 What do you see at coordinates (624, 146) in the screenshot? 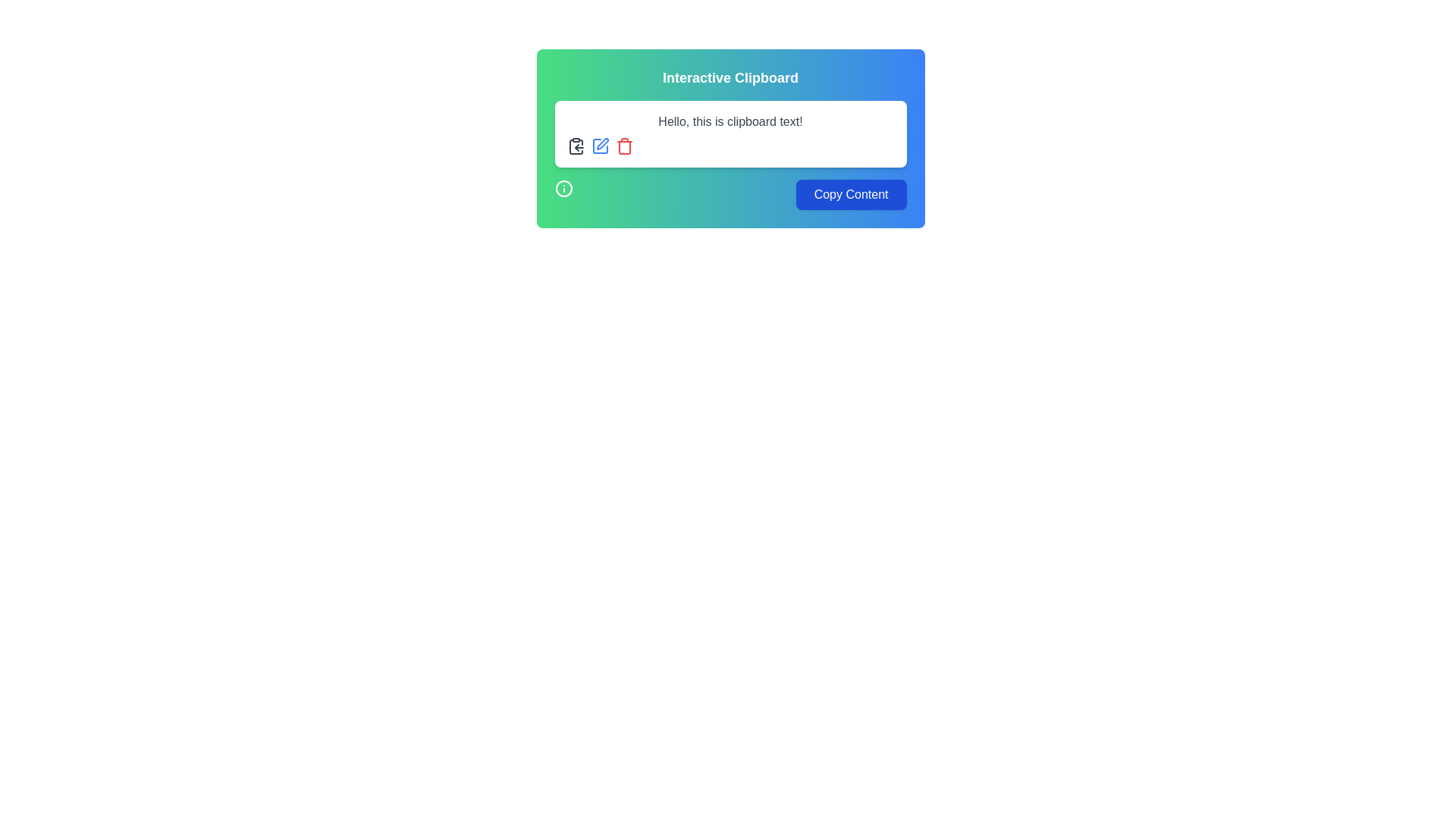
I see `the trash bin icon, which is the third icon in a row of interactive icons above the text field` at bounding box center [624, 146].